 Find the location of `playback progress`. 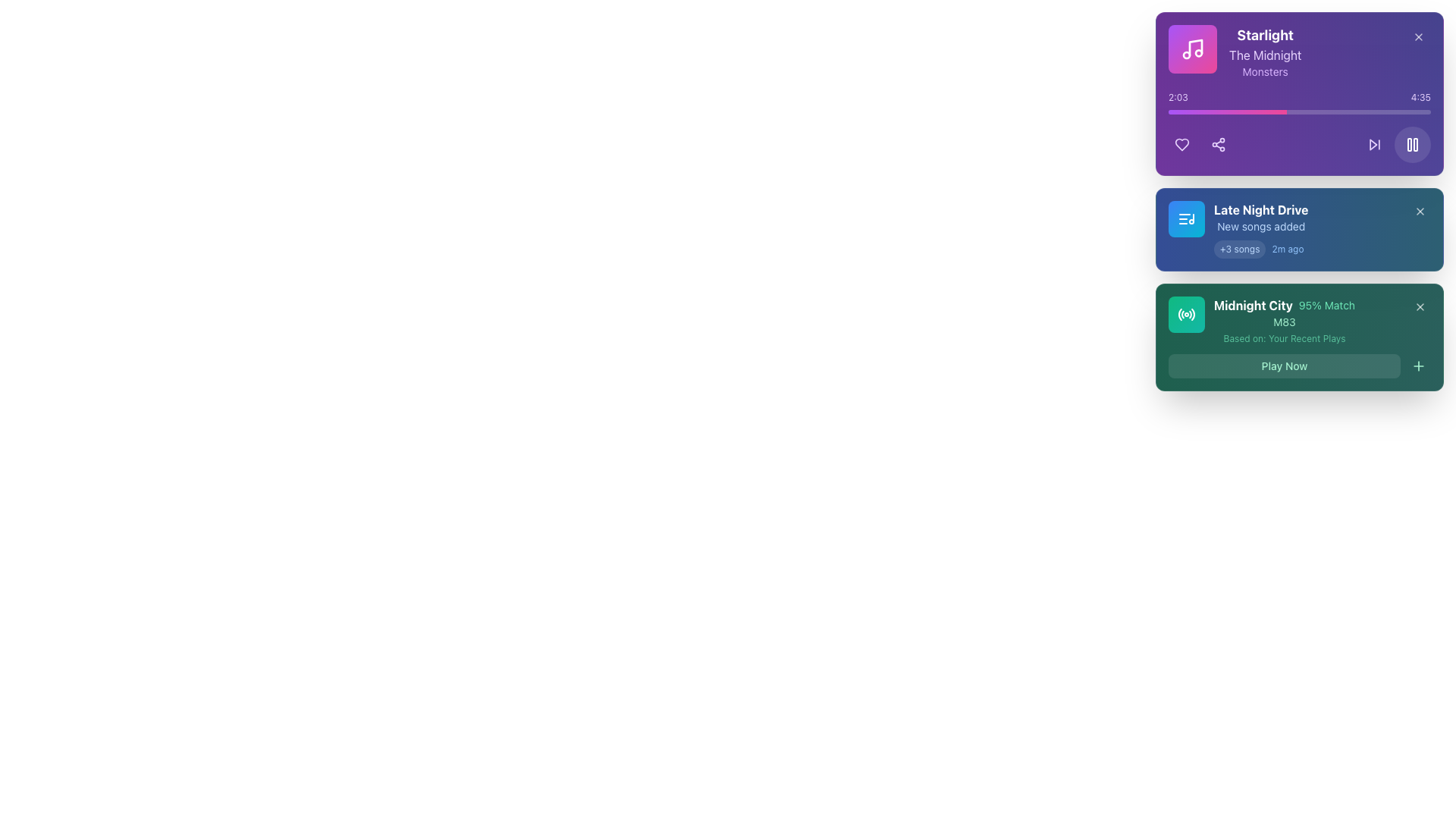

playback progress is located at coordinates (1240, 111).